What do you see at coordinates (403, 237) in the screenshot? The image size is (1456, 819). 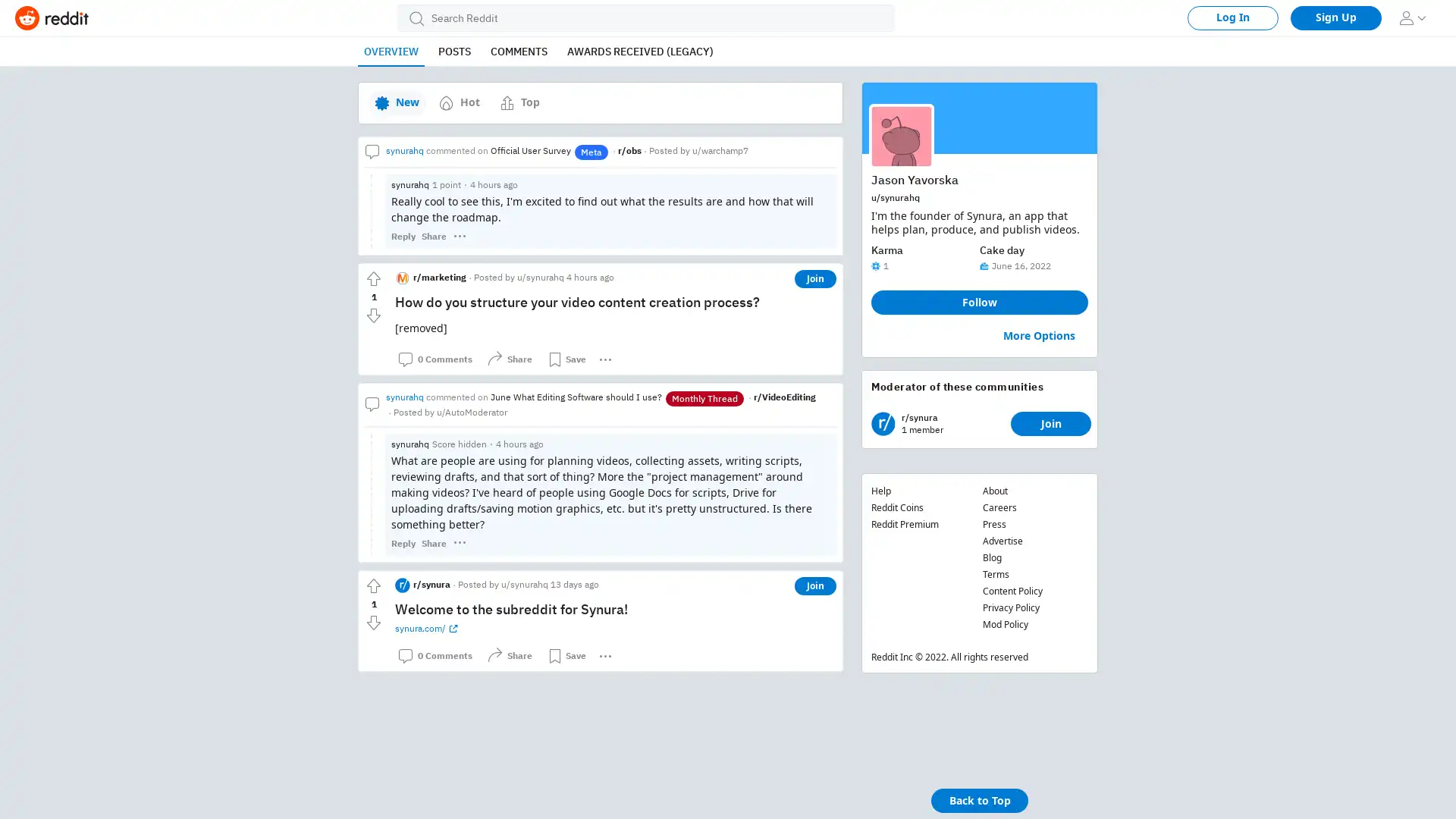 I see `Reply` at bounding box center [403, 237].